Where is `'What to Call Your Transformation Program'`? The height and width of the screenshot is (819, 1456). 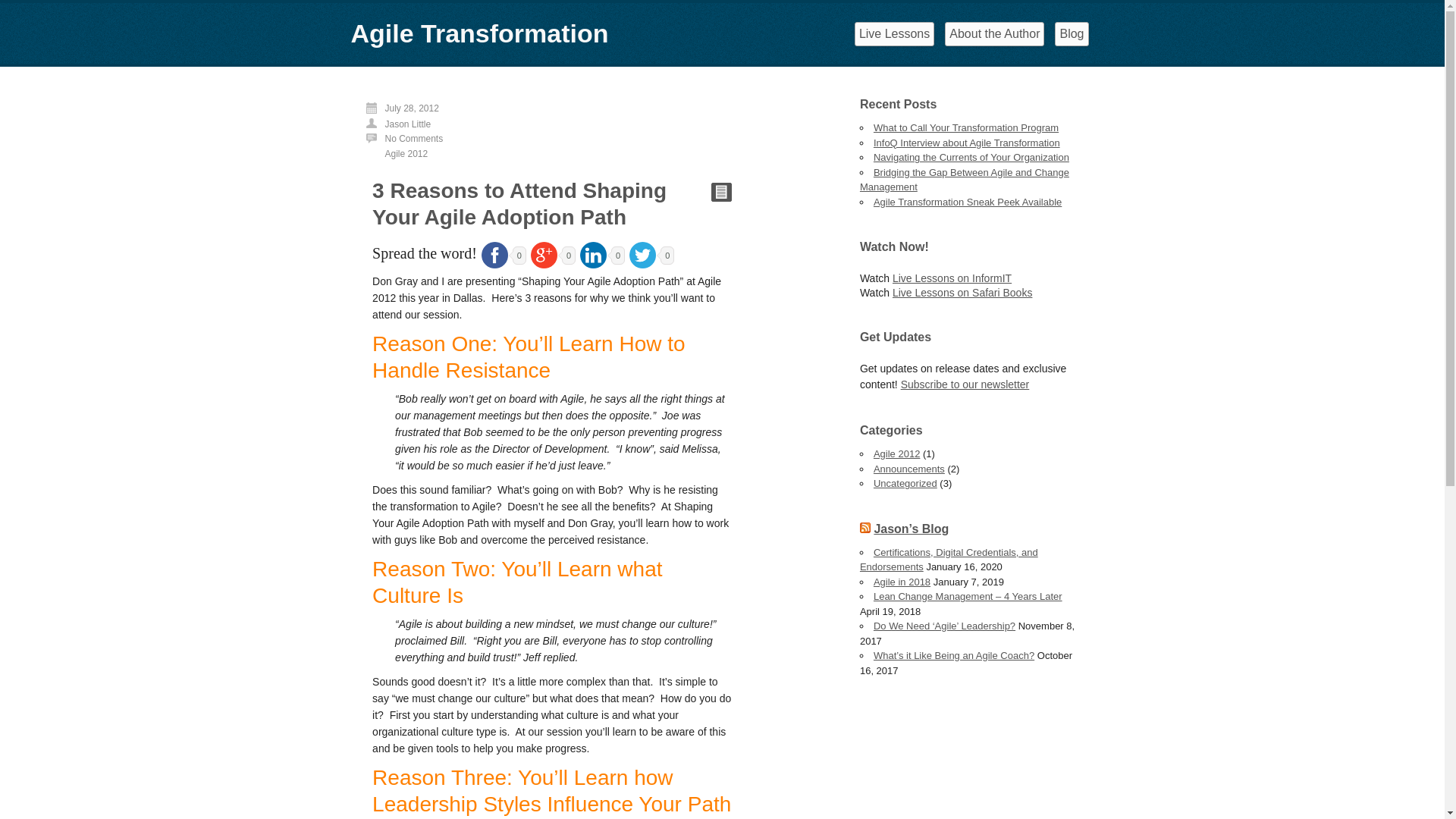
'What to Call Your Transformation Program' is located at coordinates (874, 127).